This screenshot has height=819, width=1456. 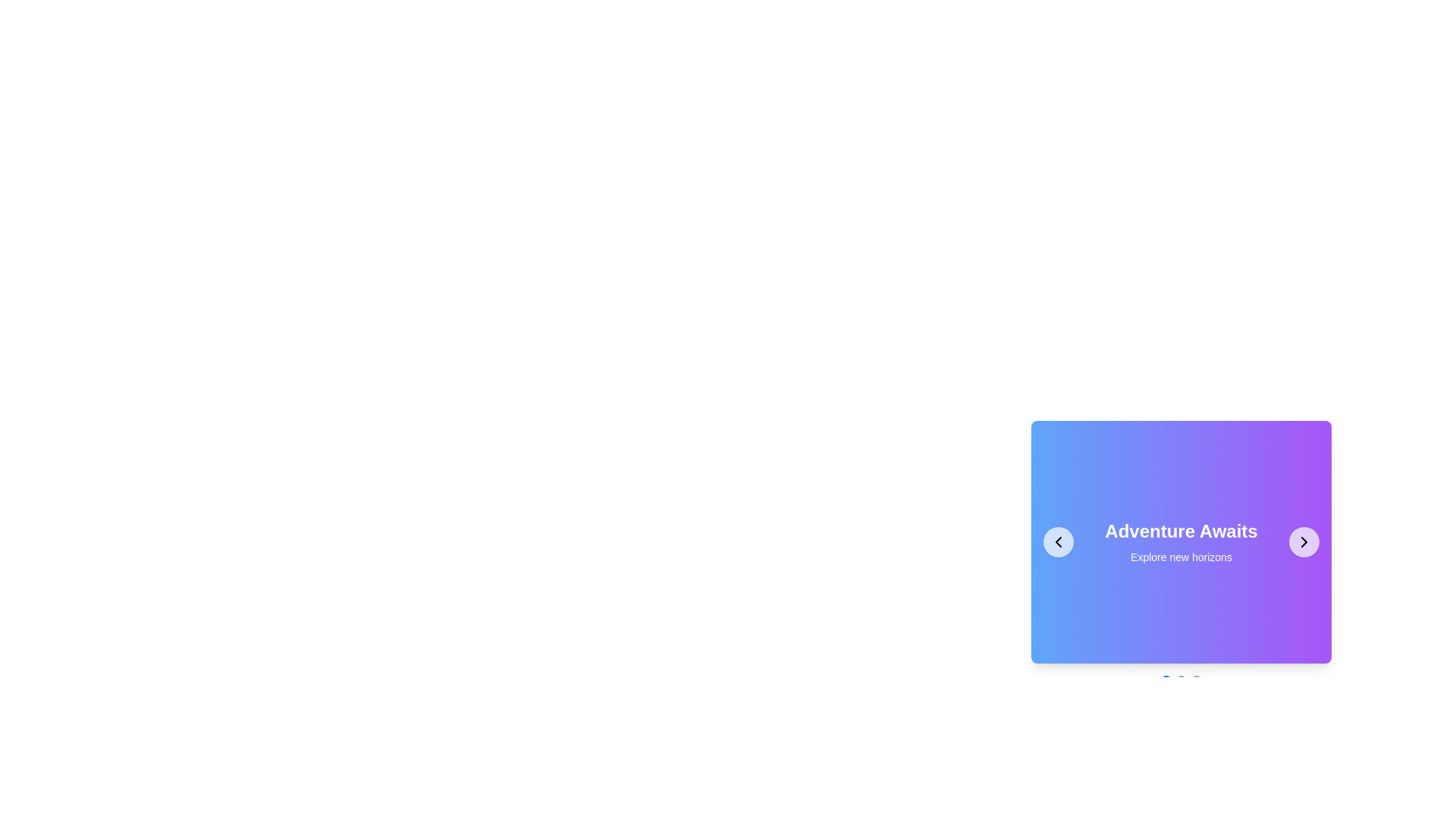 I want to click on the leftward chevron icon within the circular button on the left edge of the 'Adventure Awaits' card, so click(x=1058, y=541).